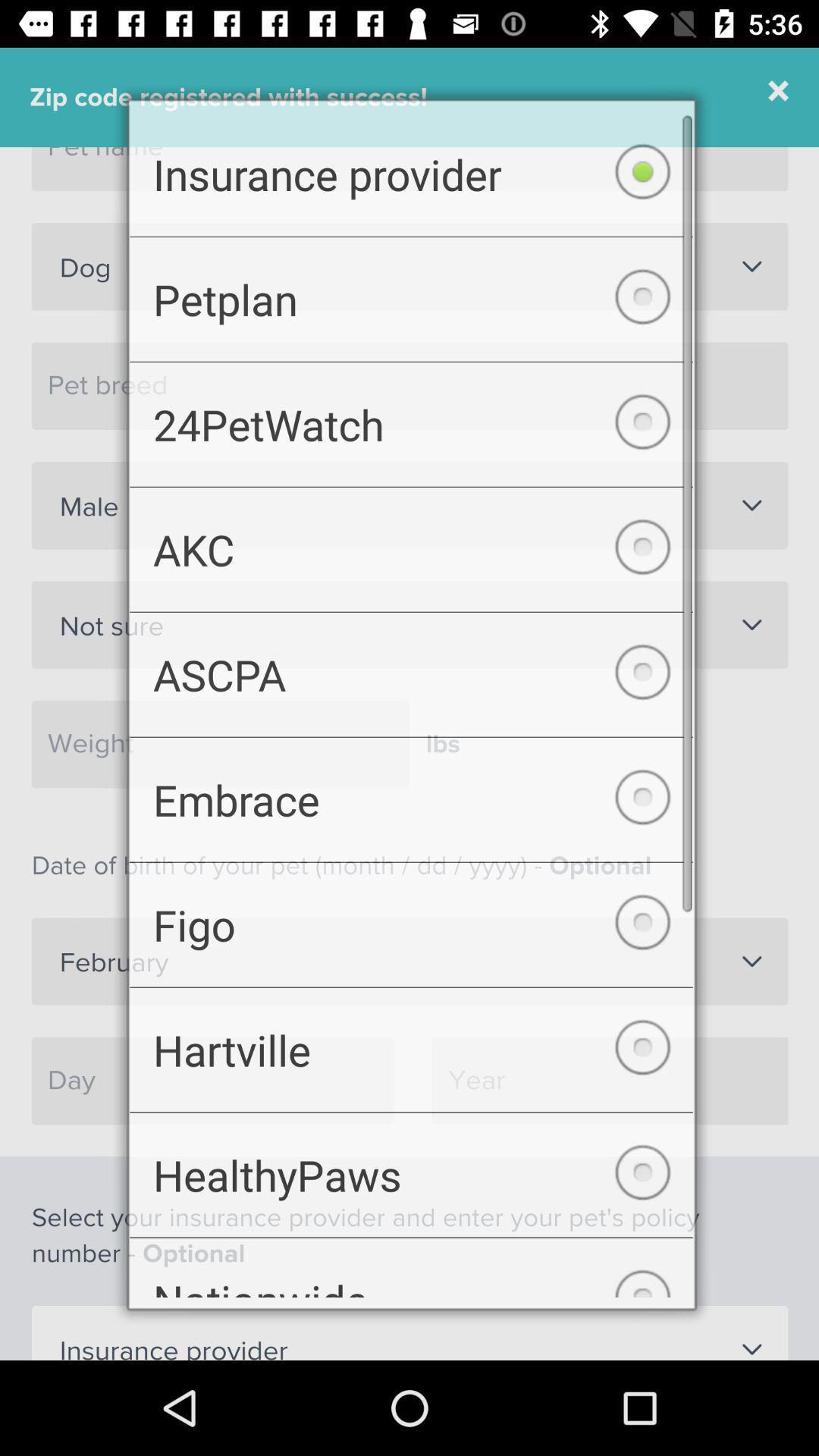  What do you see at coordinates (411, 930) in the screenshot?
I see `the checkbox below embrace item` at bounding box center [411, 930].